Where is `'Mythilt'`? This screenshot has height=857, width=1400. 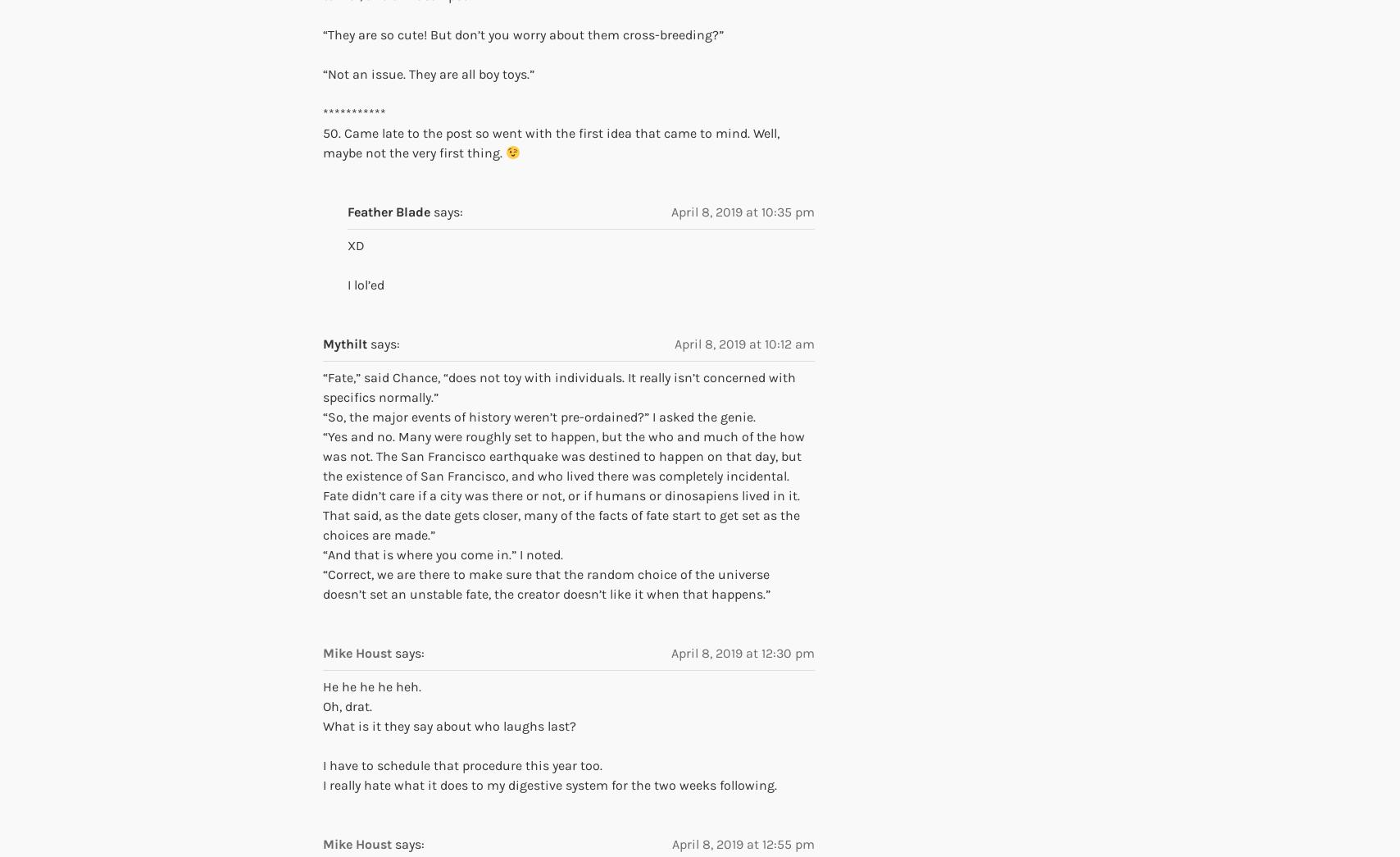
'Mythilt' is located at coordinates (323, 343).